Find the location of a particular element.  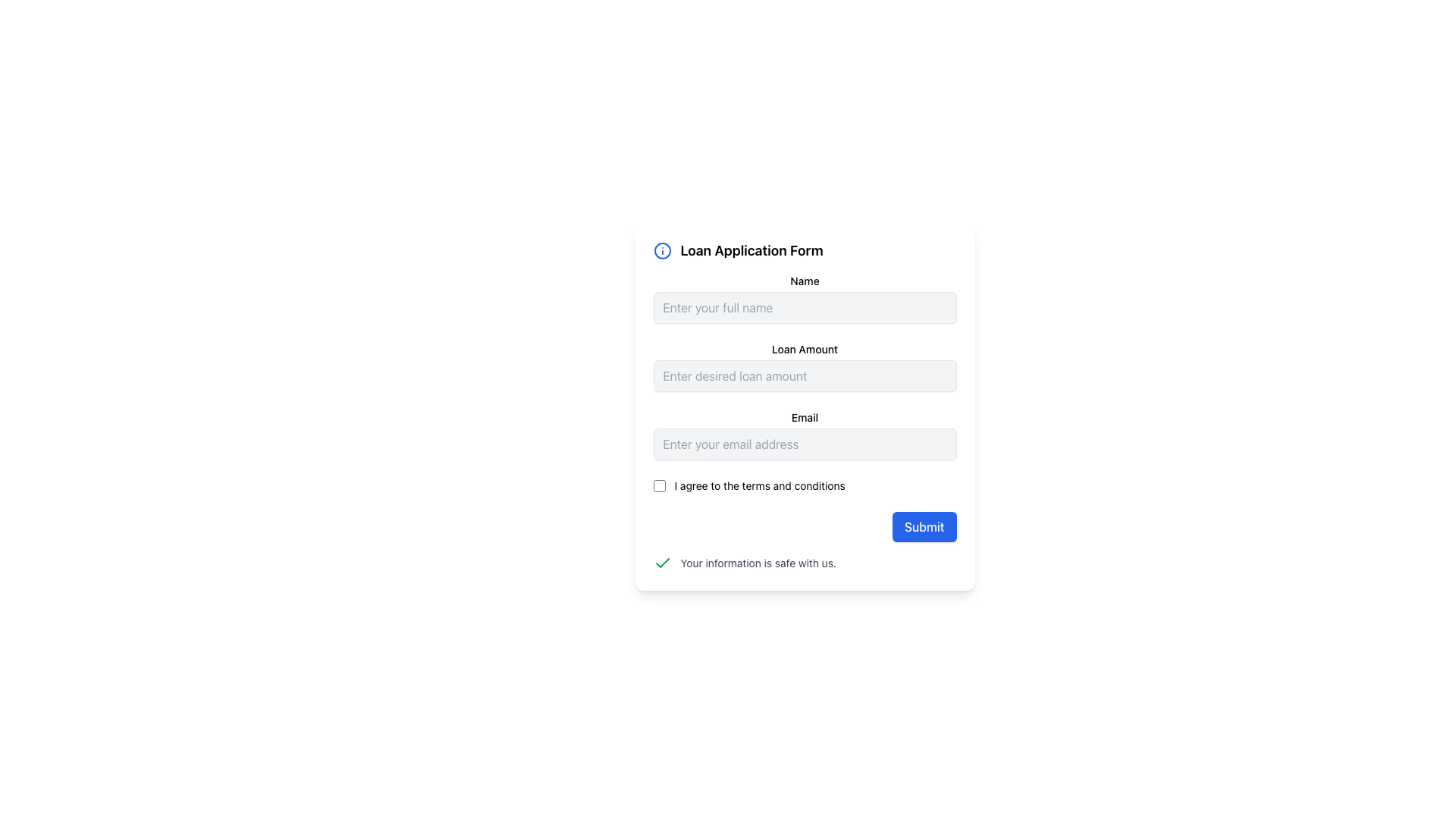

the 'Loan Amount' text label, which is styled with a medium font size and serves as a label above the input field for entering the loan amount is located at coordinates (804, 350).